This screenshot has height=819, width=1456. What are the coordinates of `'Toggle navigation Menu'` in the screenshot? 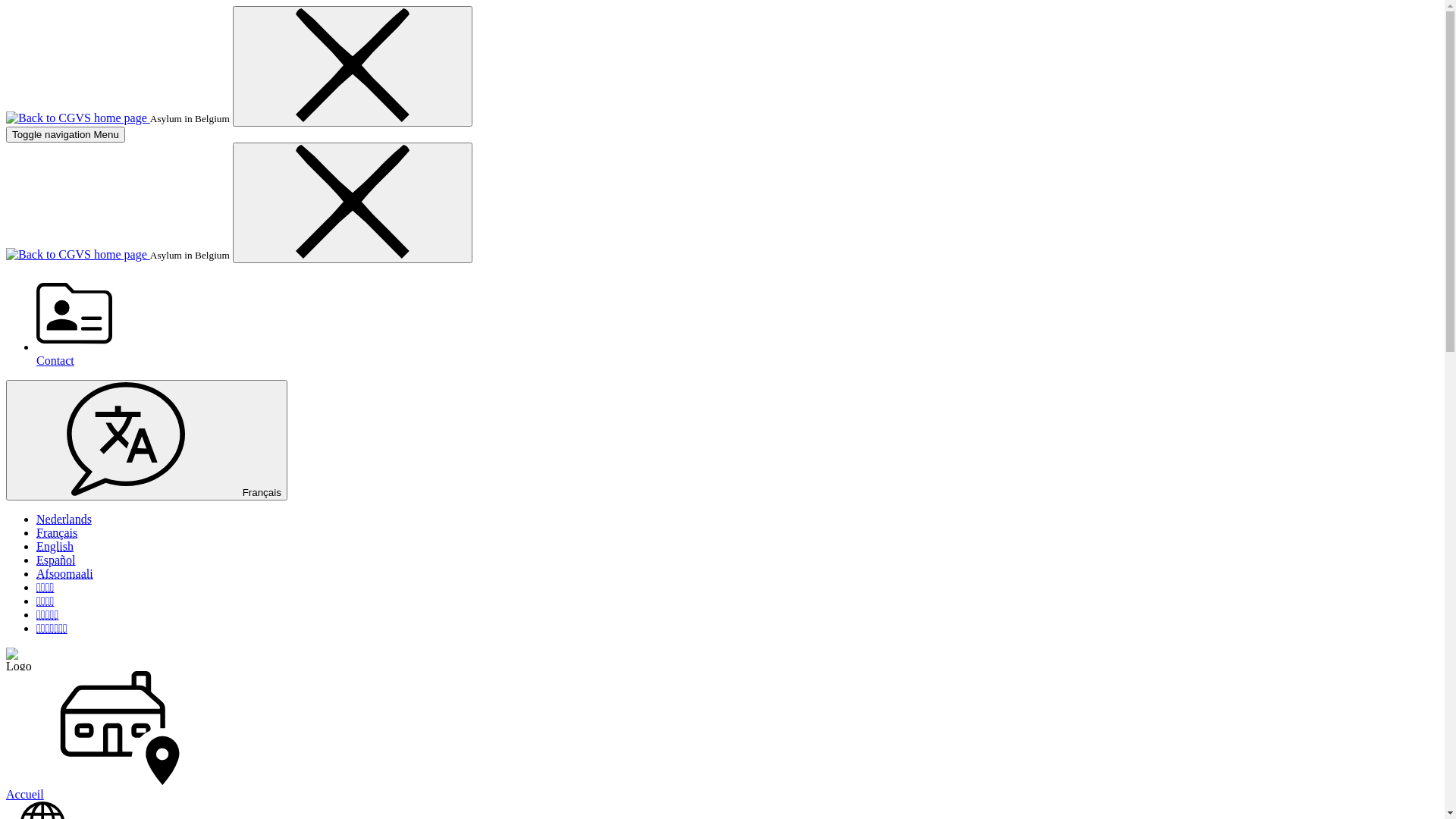 It's located at (6, 133).